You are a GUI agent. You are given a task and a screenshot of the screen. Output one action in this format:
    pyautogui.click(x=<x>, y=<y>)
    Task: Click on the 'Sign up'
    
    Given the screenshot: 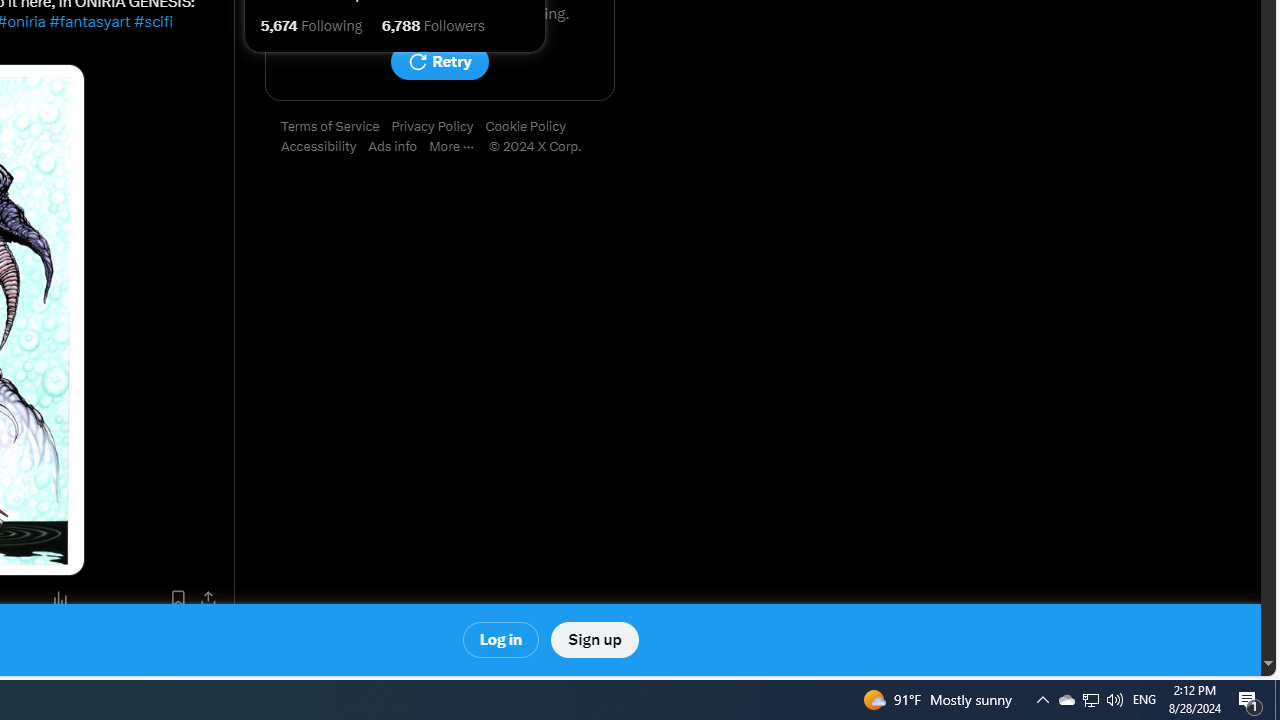 What is the action you would take?
    pyautogui.click(x=593, y=640)
    